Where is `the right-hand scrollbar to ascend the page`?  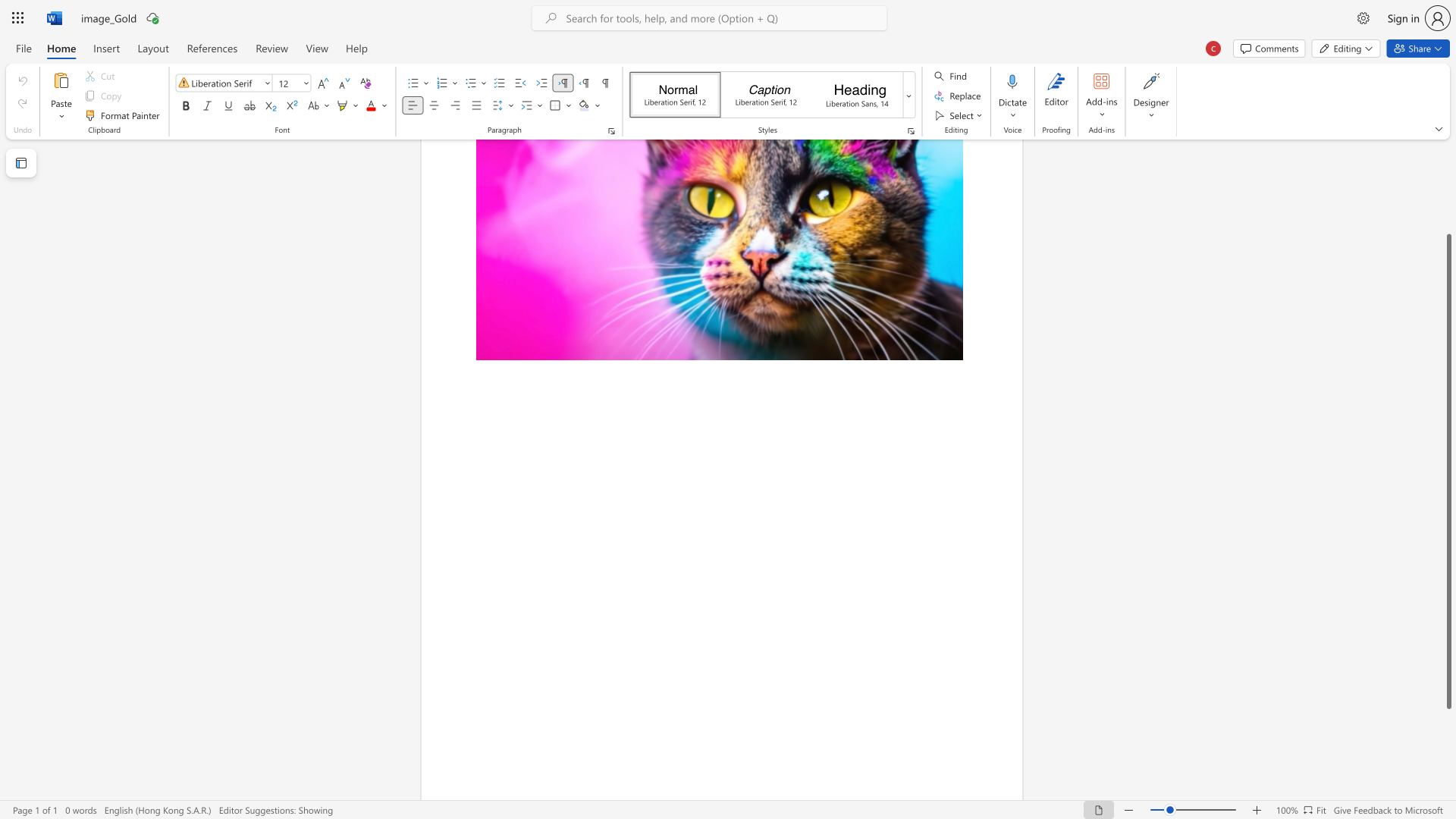 the right-hand scrollbar to ascend the page is located at coordinates (1448, 196).